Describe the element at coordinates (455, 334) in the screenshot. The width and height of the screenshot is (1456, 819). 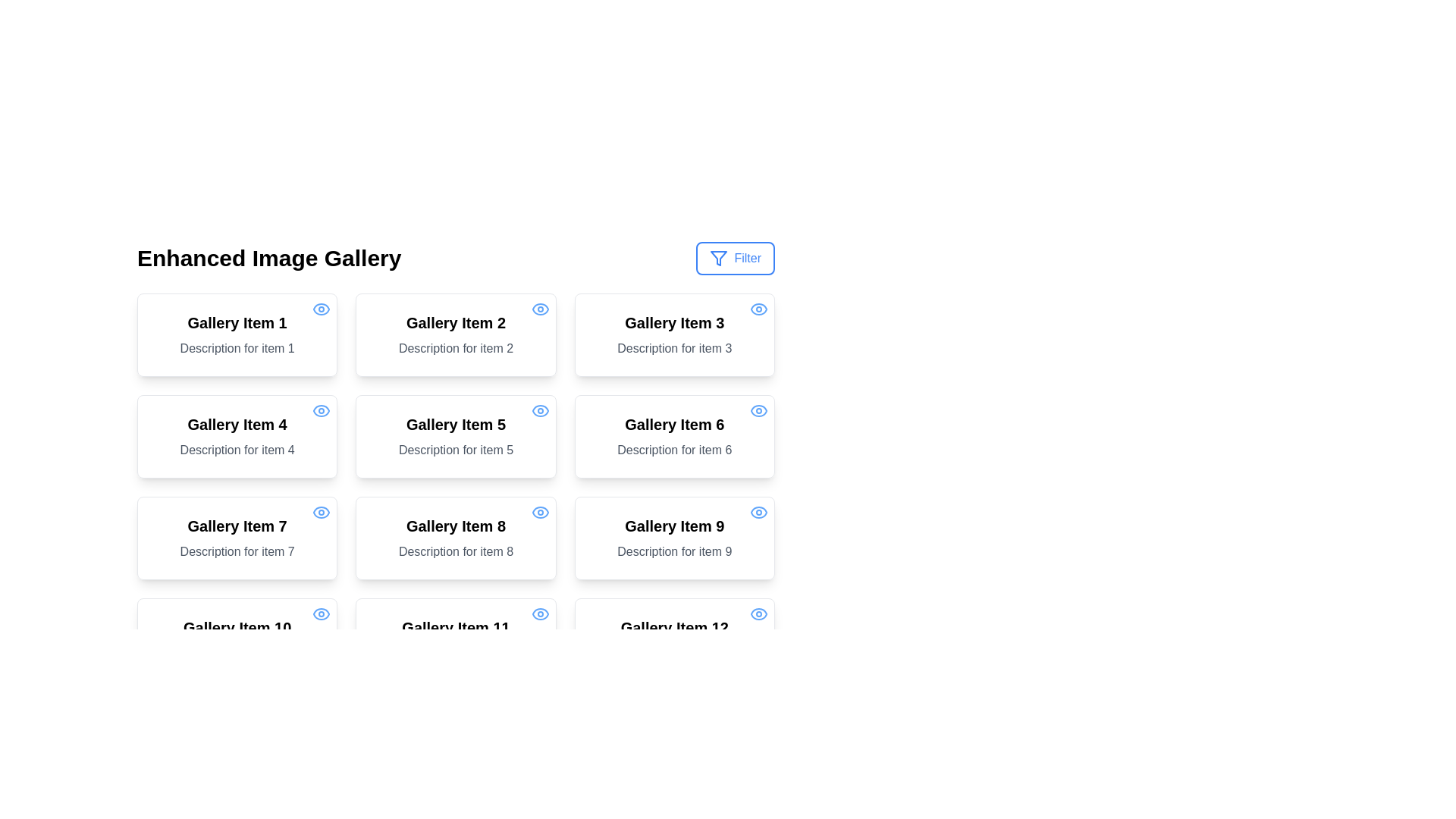
I see `the card representing an individual item` at that location.